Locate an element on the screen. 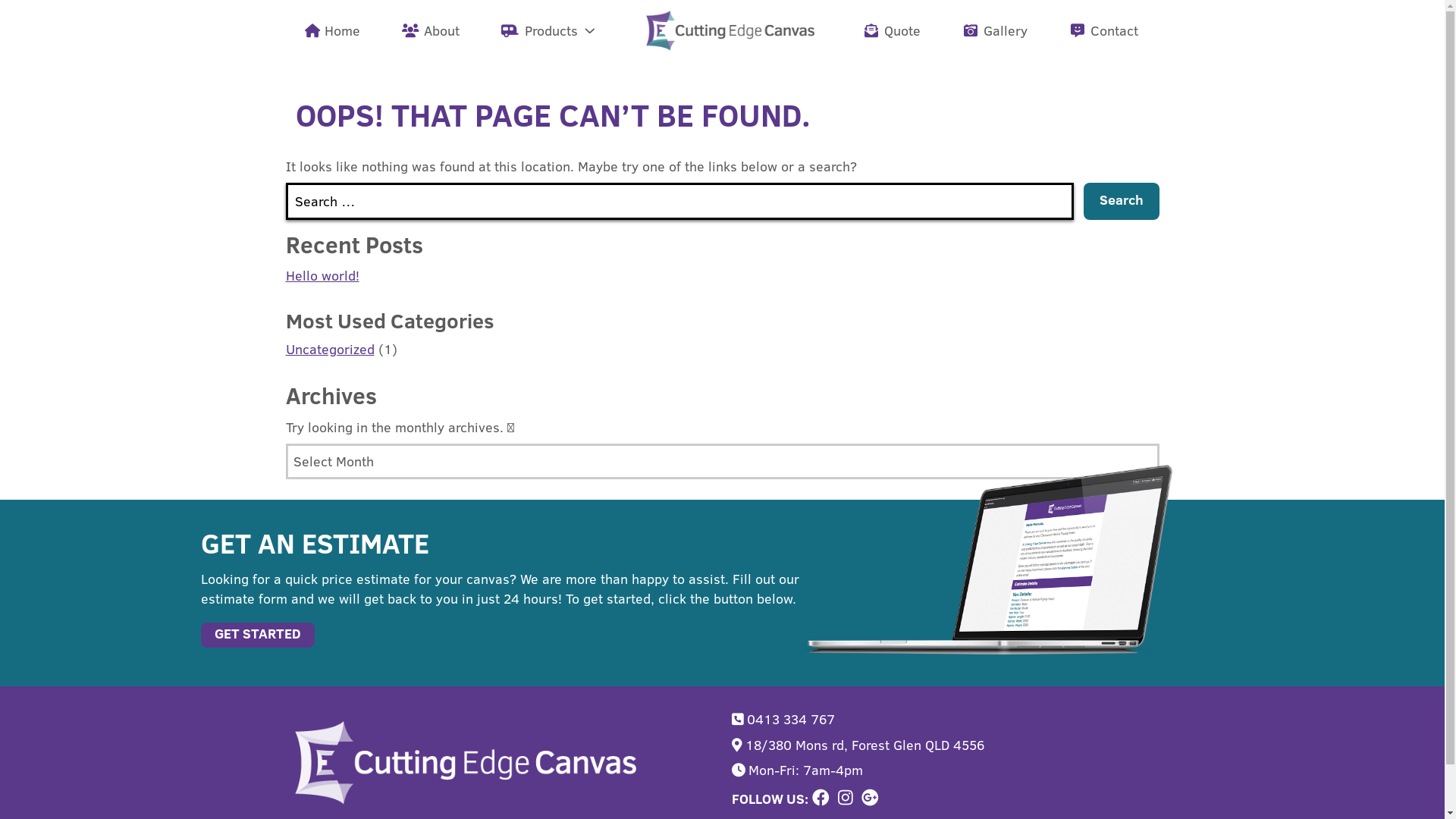  'Quote' is located at coordinates (893, 30).